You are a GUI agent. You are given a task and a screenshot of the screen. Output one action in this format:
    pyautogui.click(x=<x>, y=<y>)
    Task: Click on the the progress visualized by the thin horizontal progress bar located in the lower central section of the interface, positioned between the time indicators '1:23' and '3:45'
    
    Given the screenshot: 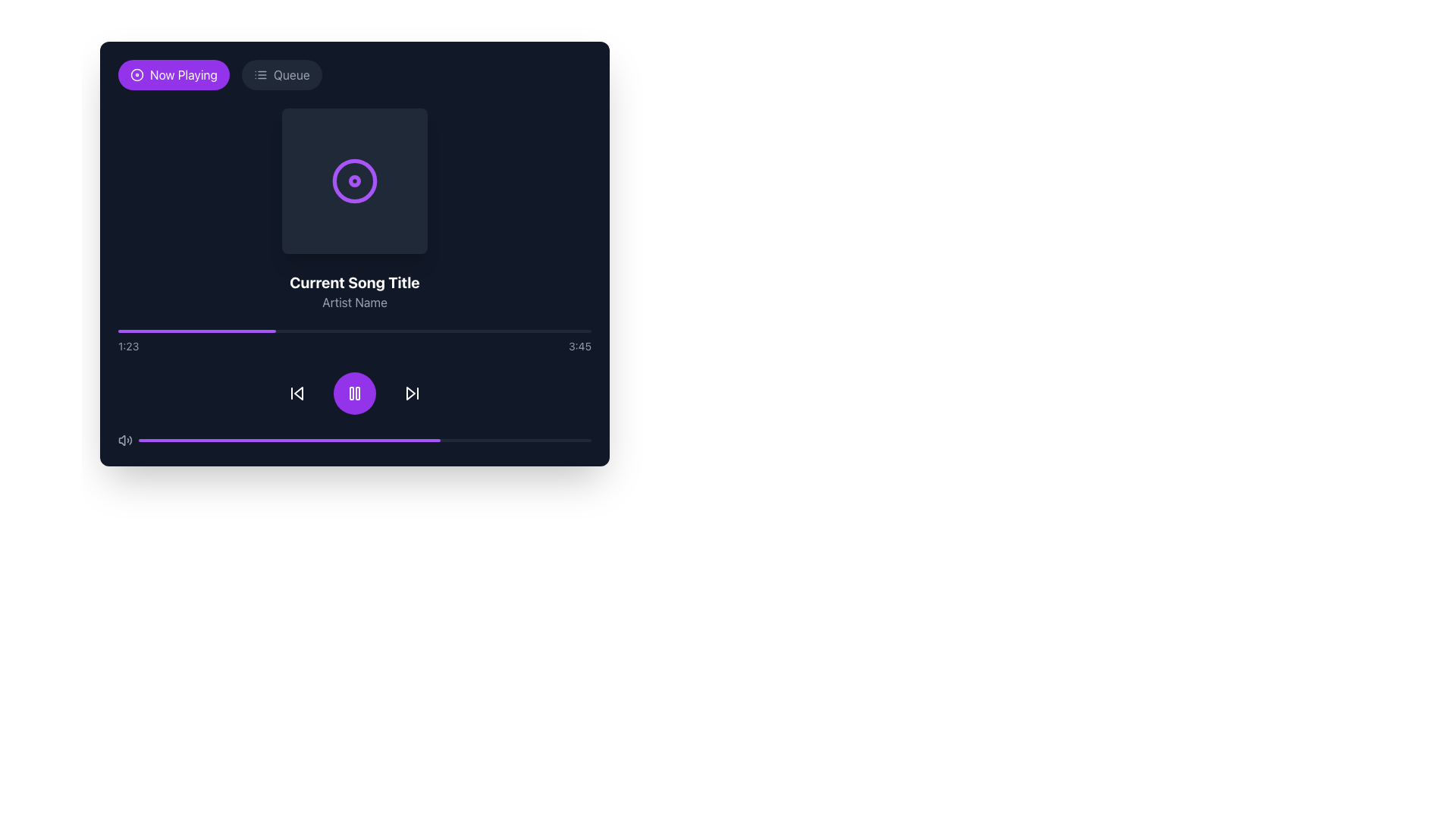 What is the action you would take?
    pyautogui.click(x=353, y=330)
    